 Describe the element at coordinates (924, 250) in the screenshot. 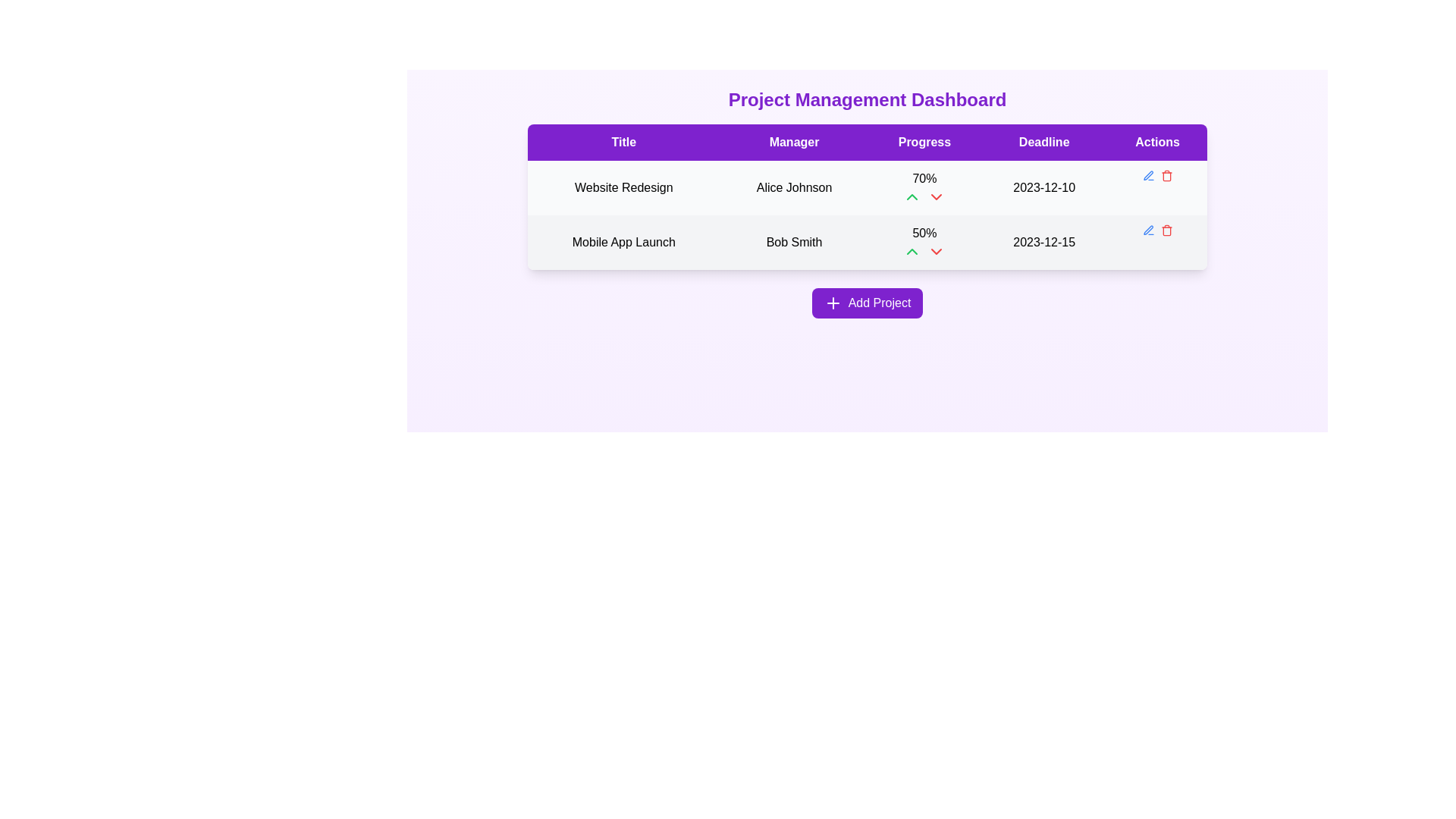

I see `the upward chevron of the interactive progress indicator located in the 'Progress' column of the 'Mobile App Launch' row to increase the progress value` at that location.